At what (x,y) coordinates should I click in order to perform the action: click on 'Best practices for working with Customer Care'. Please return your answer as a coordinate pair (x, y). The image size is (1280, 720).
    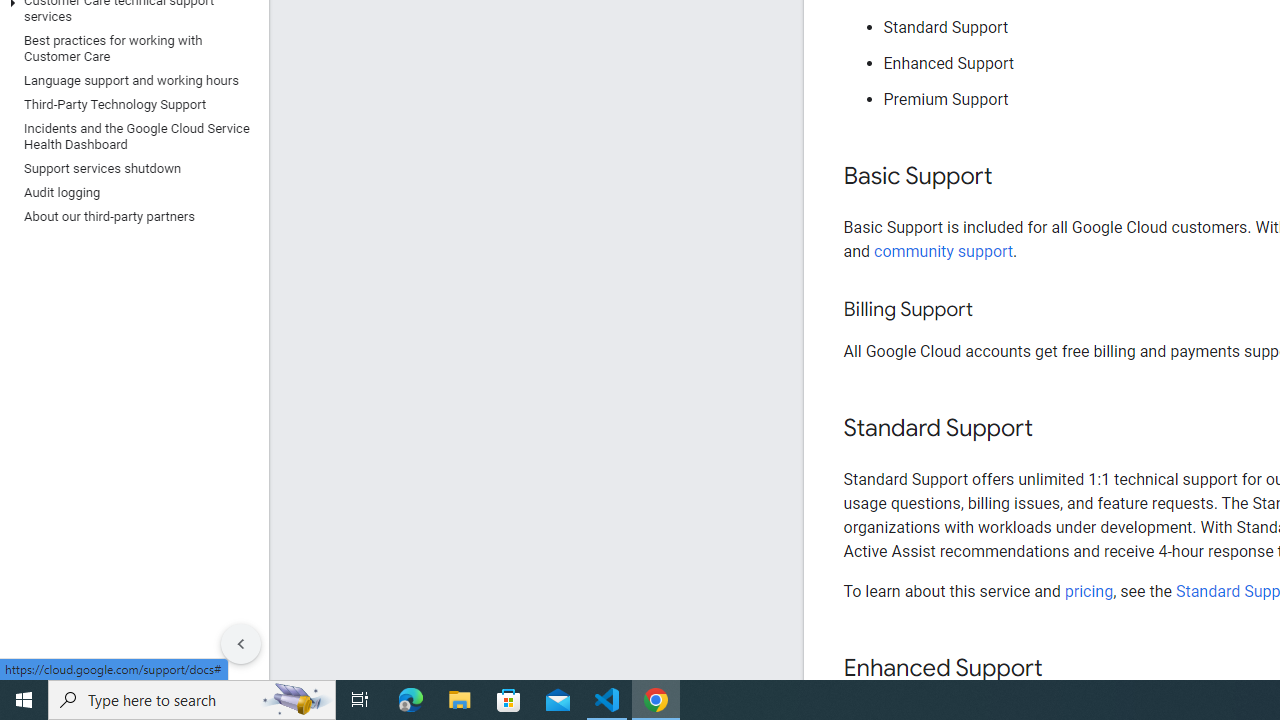
    Looking at the image, I should click on (129, 47).